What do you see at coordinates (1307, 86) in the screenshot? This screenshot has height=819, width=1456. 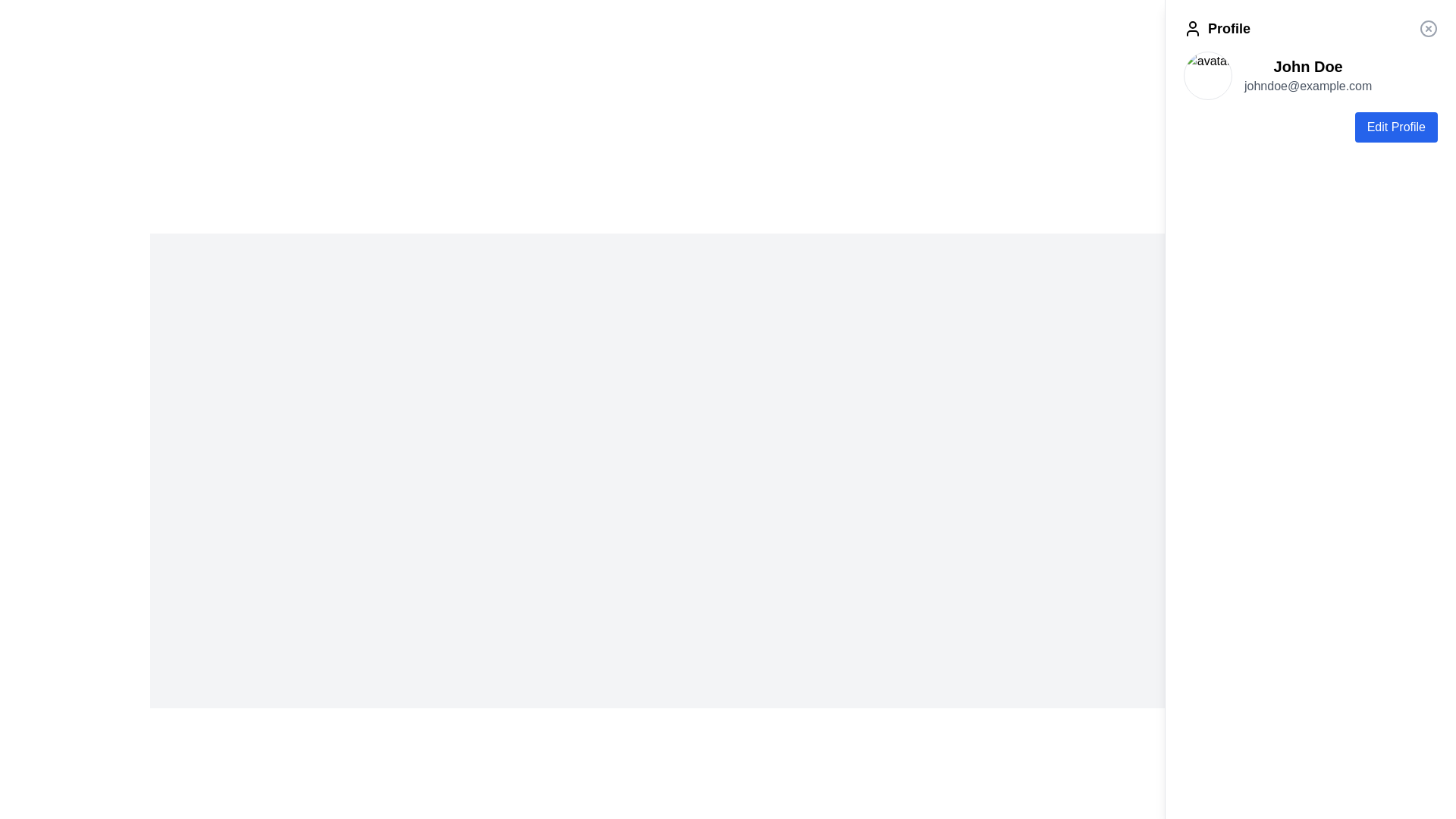 I see `the text label that displays the user's email address, located directly below the bolded name title 'John Doe' in the Profile modal` at bounding box center [1307, 86].